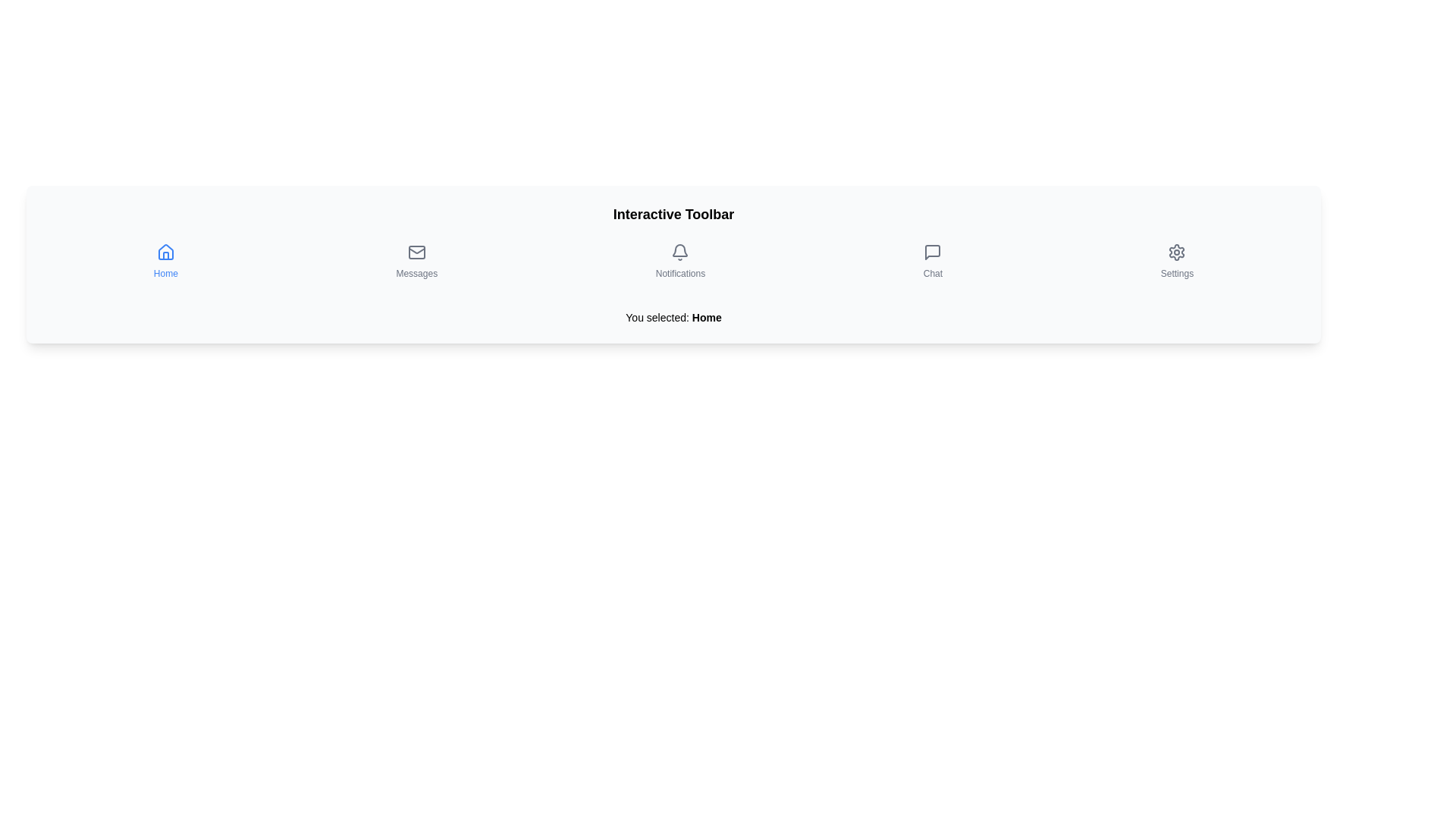 The image size is (1456, 819). Describe the element at coordinates (679, 260) in the screenshot. I see `the notification icon button, which is a bell icon above the label 'Notifications' in a rounded rectangle segment located in the toolbar` at that location.